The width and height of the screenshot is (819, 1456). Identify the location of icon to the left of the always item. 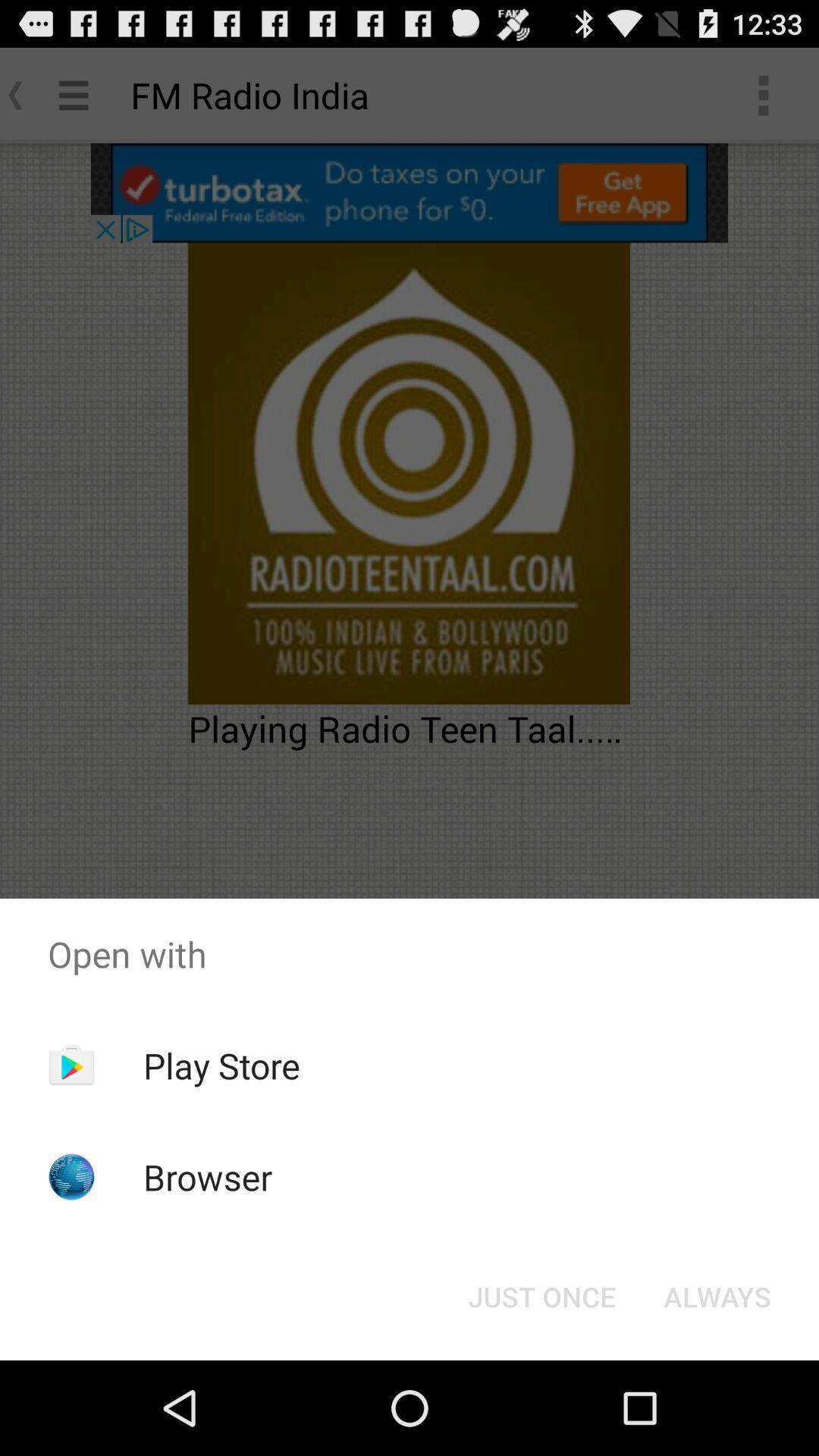
(541, 1295).